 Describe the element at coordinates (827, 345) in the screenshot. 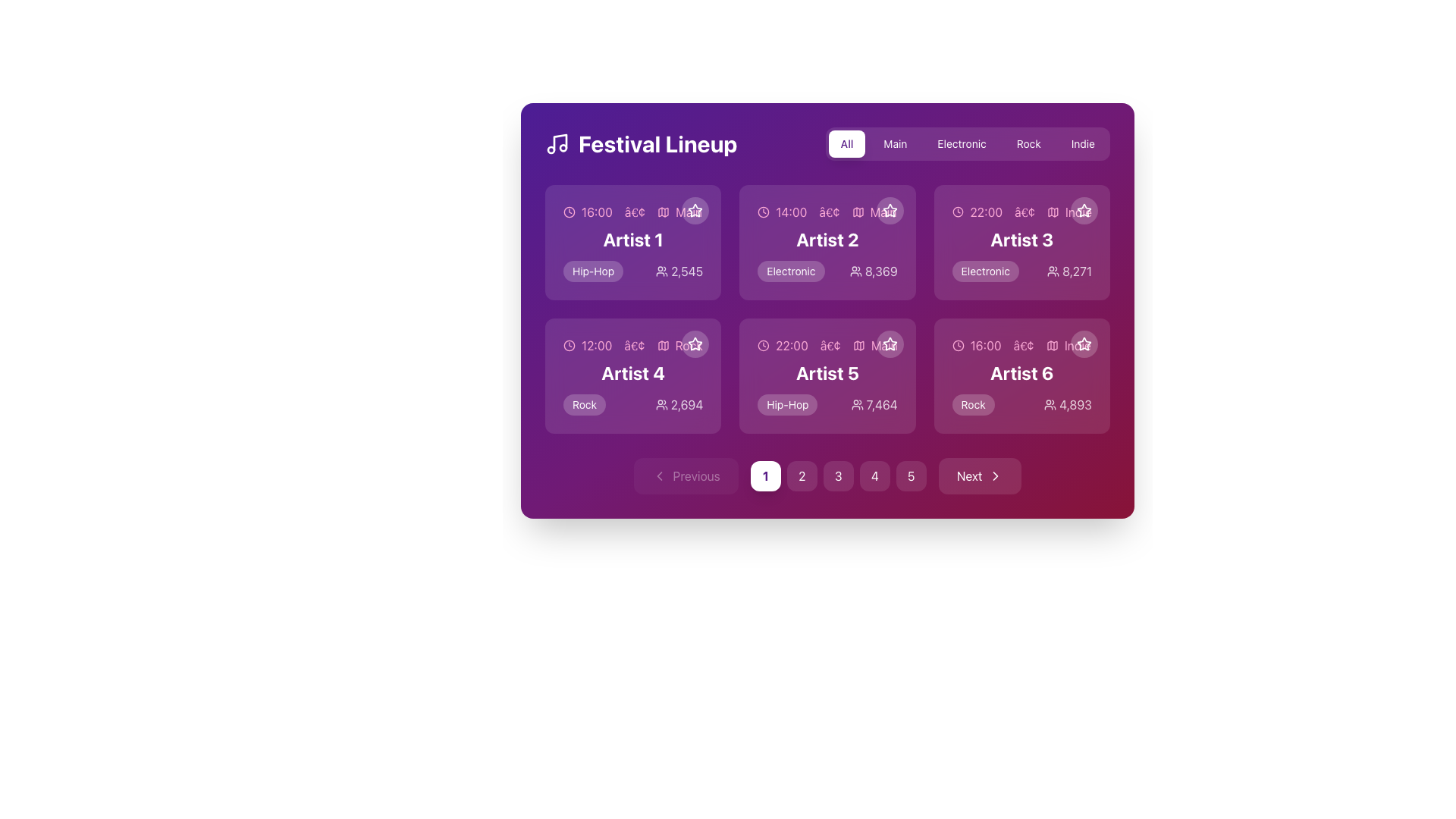

I see `text and observe the icons of the informational label related to 'Artist 5' in the second row and third column, which provides details about the performance schedule and location` at that location.